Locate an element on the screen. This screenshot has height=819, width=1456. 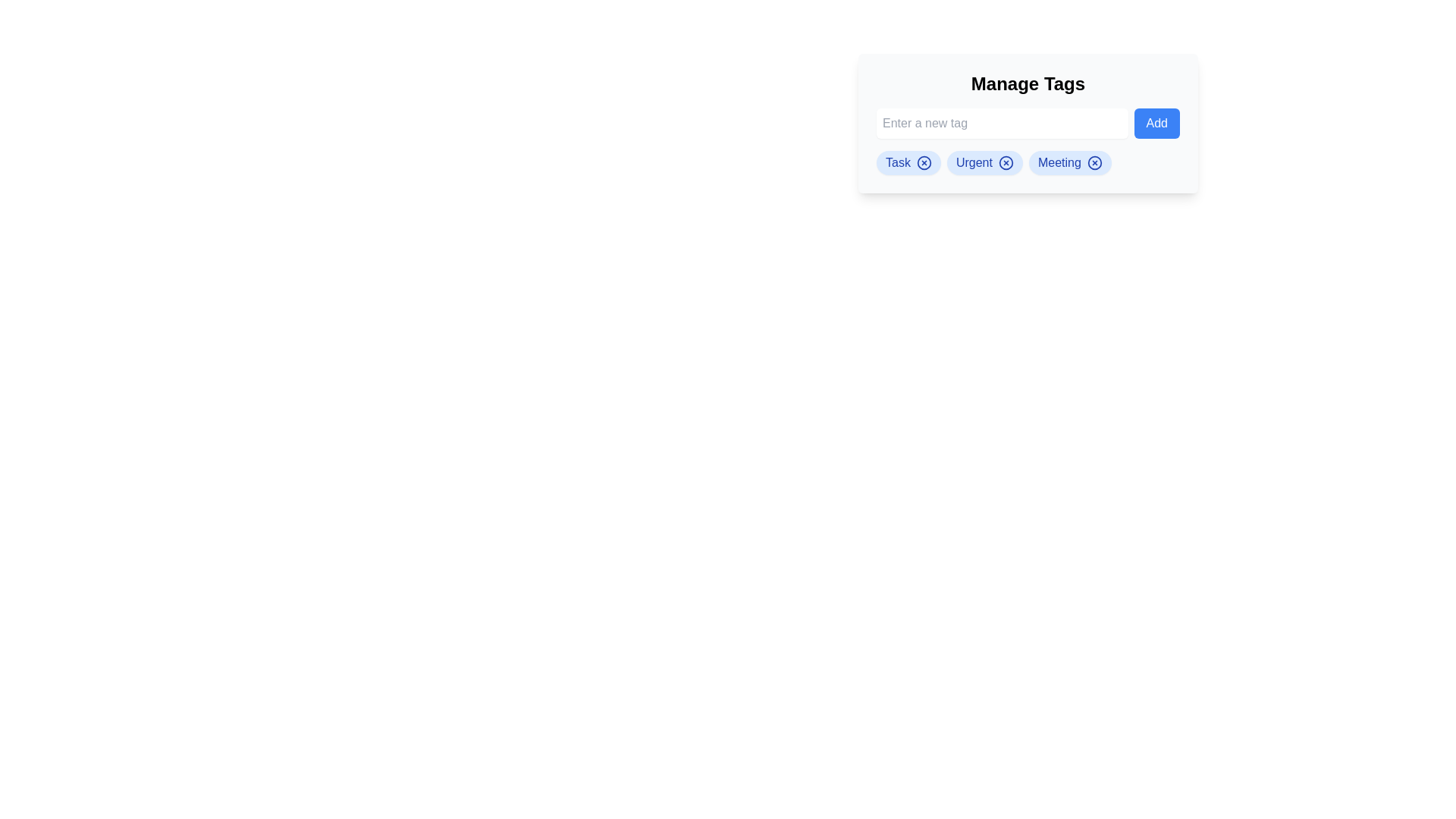
the bold, centered text displaying 'Manage Tags' at the top of the panel is located at coordinates (1028, 84).